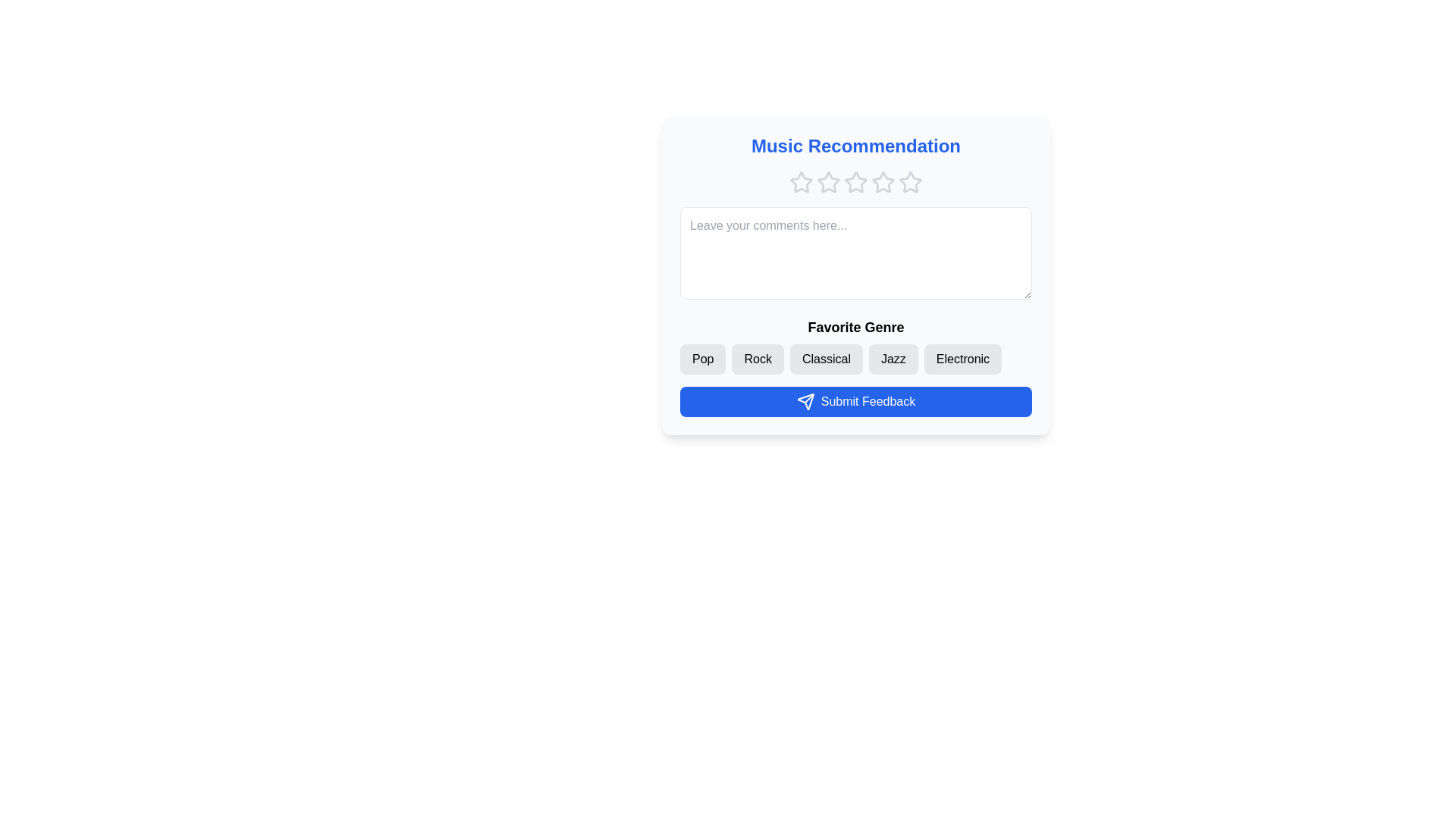  I want to click on the stars in the Rating Component located beneath the 'Music Recommendation' text, so click(855, 181).